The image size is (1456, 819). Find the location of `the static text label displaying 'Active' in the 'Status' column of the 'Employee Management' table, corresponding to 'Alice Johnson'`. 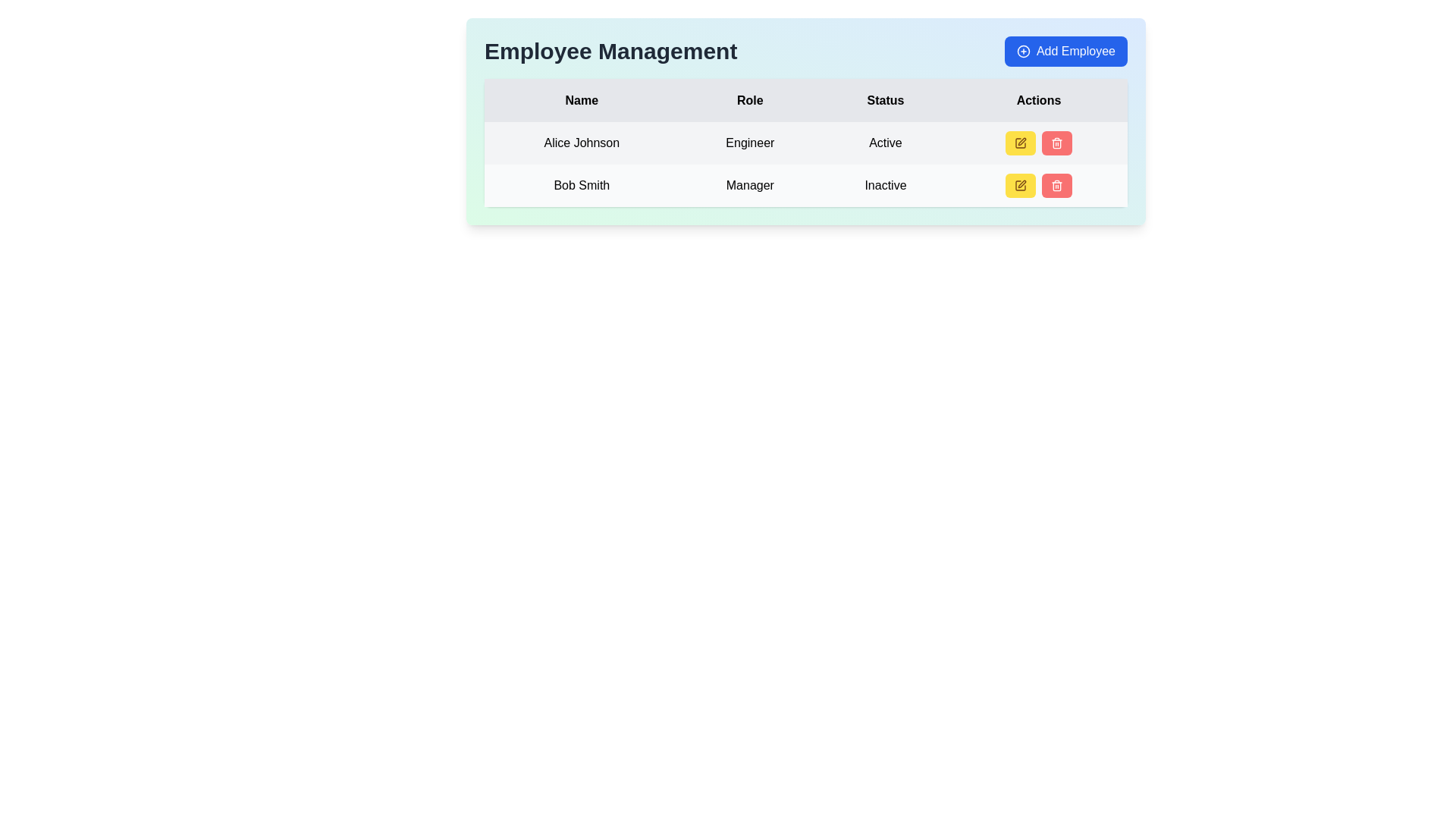

the static text label displaying 'Active' in the 'Status' column of the 'Employee Management' table, corresponding to 'Alice Johnson' is located at coordinates (885, 143).